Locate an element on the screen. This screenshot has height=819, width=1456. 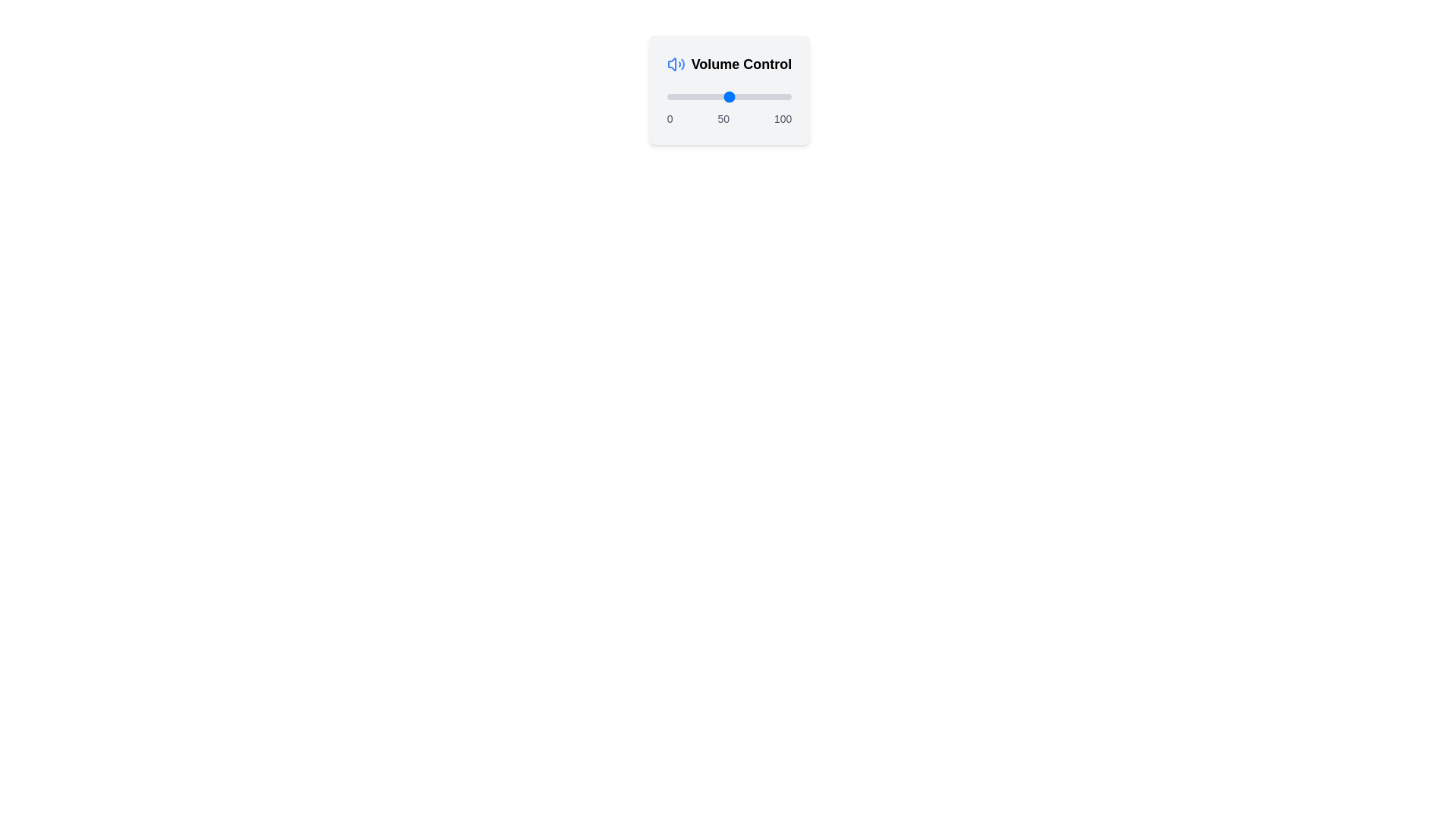
the volume is located at coordinates (725, 96).